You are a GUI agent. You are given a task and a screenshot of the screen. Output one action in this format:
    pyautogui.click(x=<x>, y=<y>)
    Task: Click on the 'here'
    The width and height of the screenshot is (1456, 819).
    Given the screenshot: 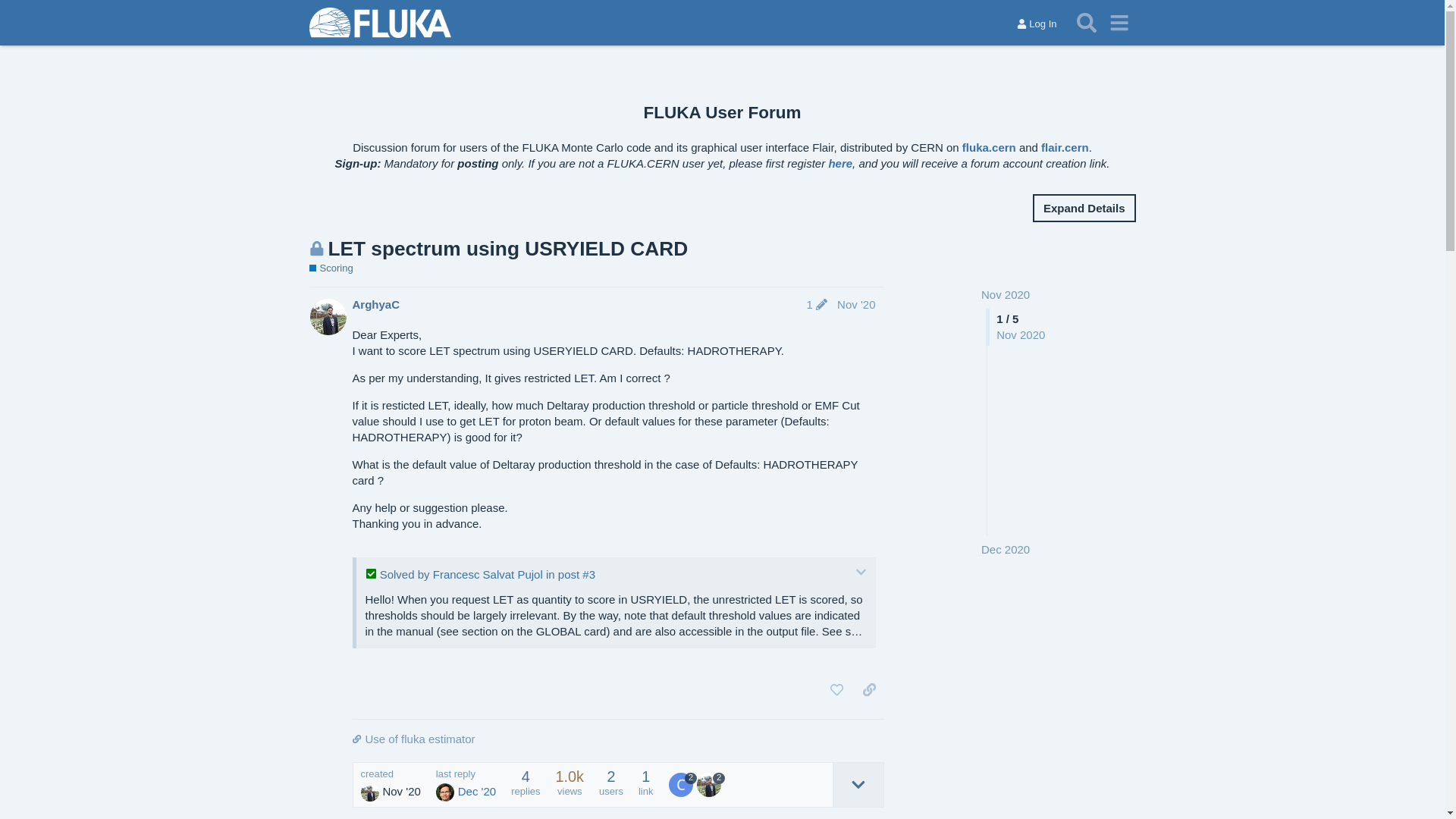 What is the action you would take?
    pyautogui.click(x=839, y=163)
    